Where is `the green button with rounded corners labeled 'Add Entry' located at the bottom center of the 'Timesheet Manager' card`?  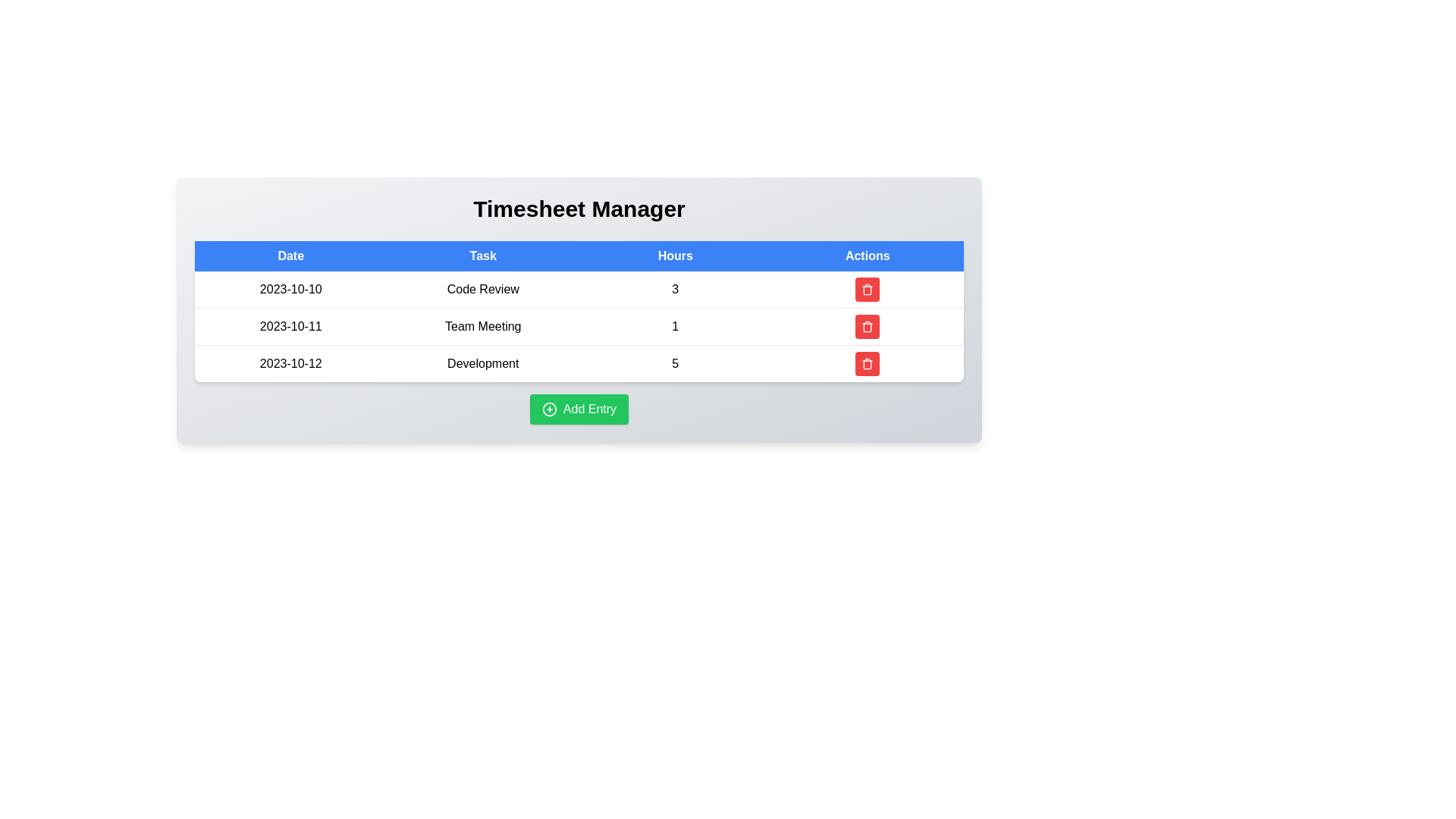
the green button with rounded corners labeled 'Add Entry' located at the bottom center of the 'Timesheet Manager' card is located at coordinates (578, 409).